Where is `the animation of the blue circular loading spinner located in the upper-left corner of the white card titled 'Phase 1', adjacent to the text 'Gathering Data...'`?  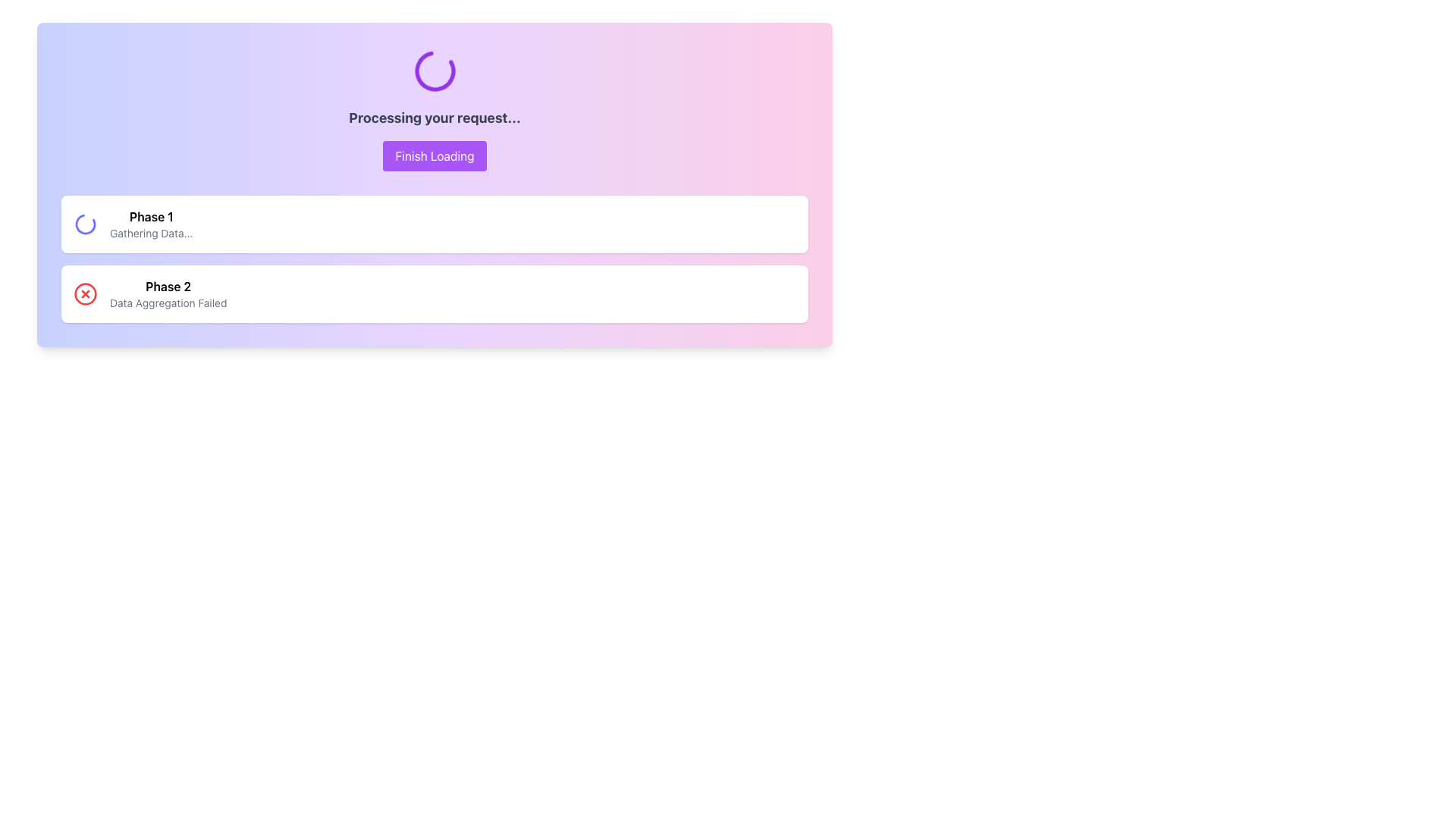 the animation of the blue circular loading spinner located in the upper-left corner of the white card titled 'Phase 1', adjacent to the text 'Gathering Data...' is located at coordinates (85, 224).